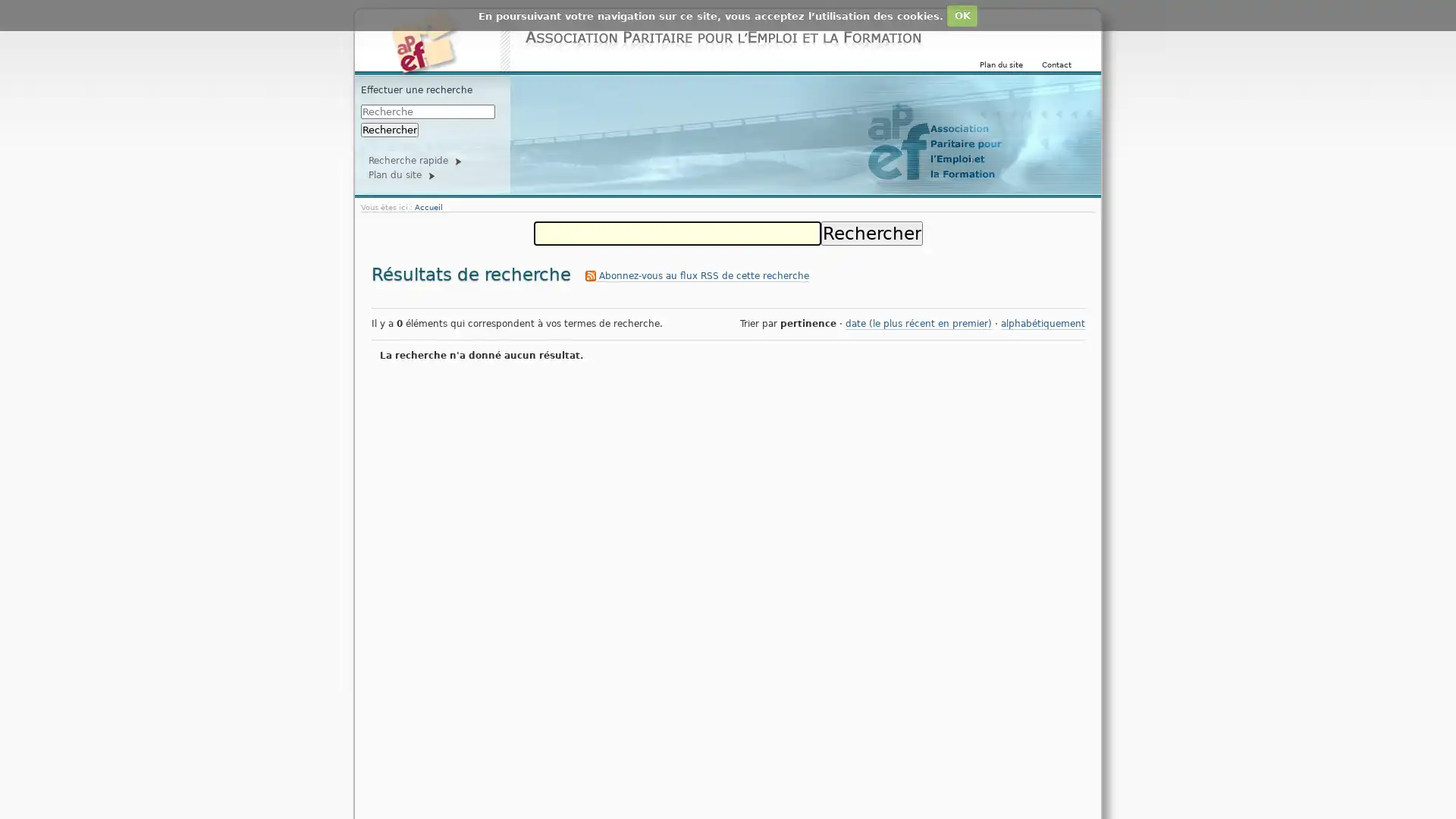 This screenshot has width=1456, height=819. Describe the element at coordinates (872, 233) in the screenshot. I see `Rechercher` at that location.